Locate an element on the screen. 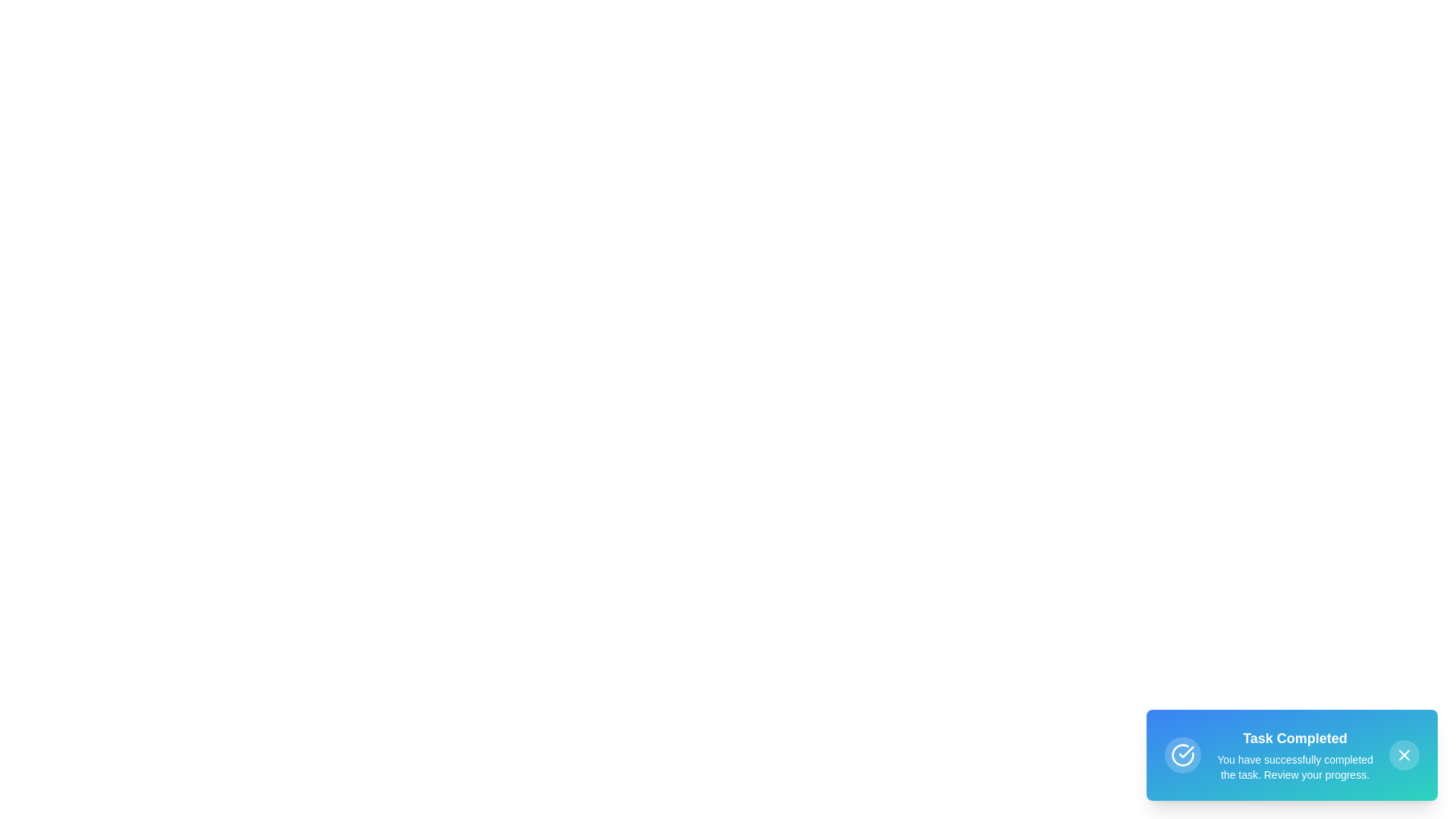 The height and width of the screenshot is (819, 1456). the task completion icon located in the bottom-right notification box, which is situated to the left of the title 'Task Completed.' is located at coordinates (1182, 755).